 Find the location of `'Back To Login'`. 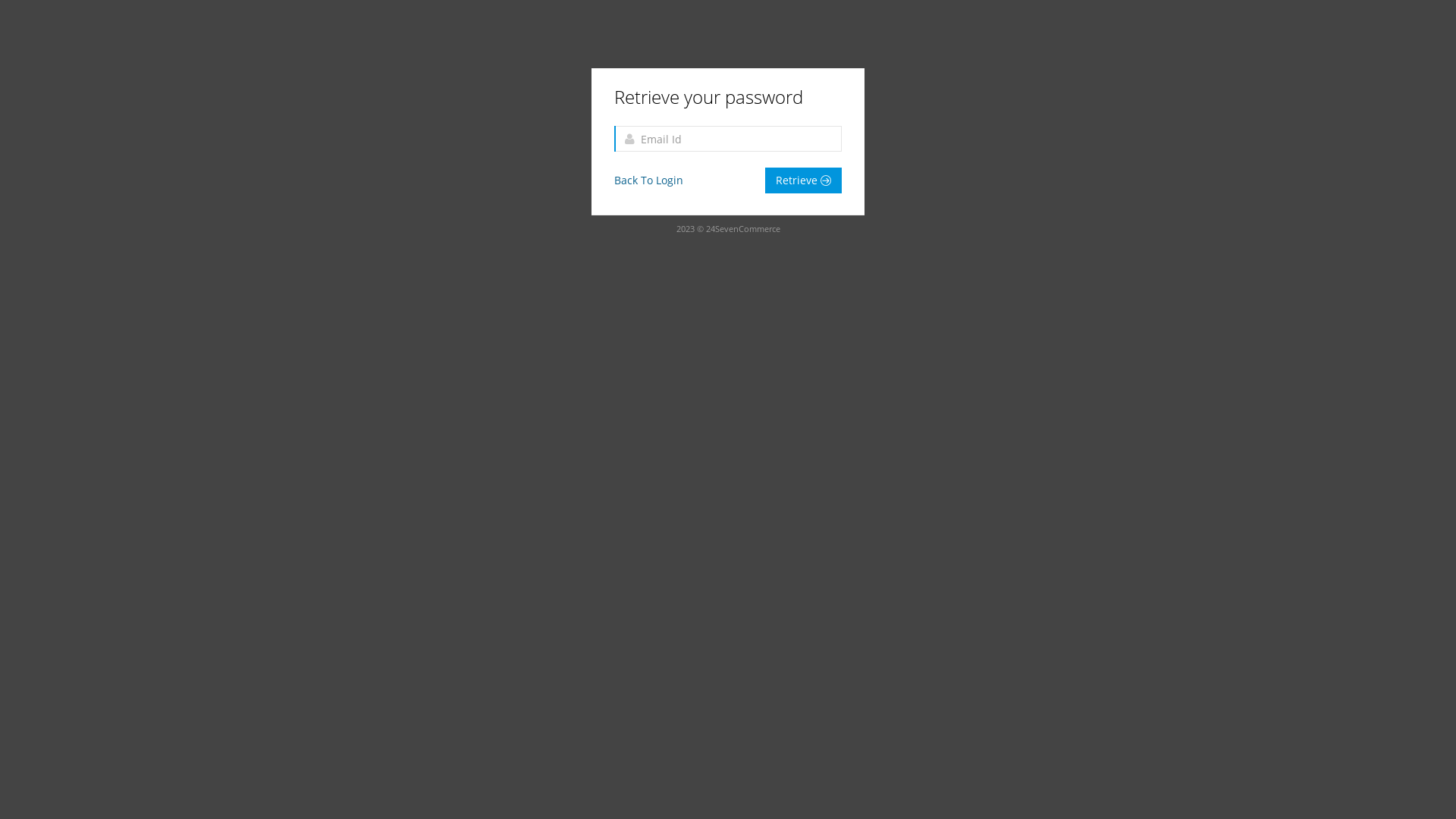

'Back To Login' is located at coordinates (614, 179).